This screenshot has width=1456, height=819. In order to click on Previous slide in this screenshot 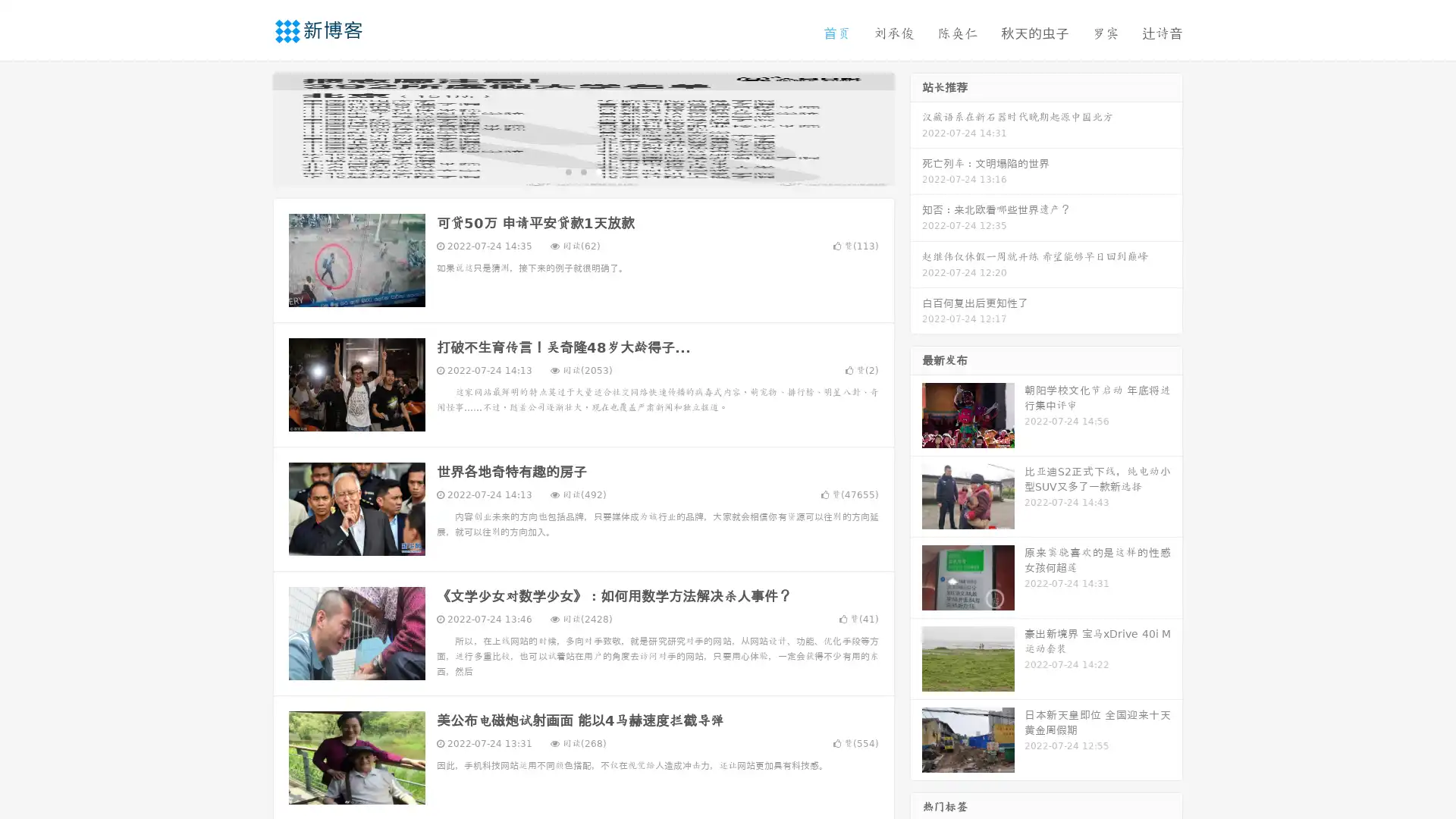, I will do `click(250, 127)`.